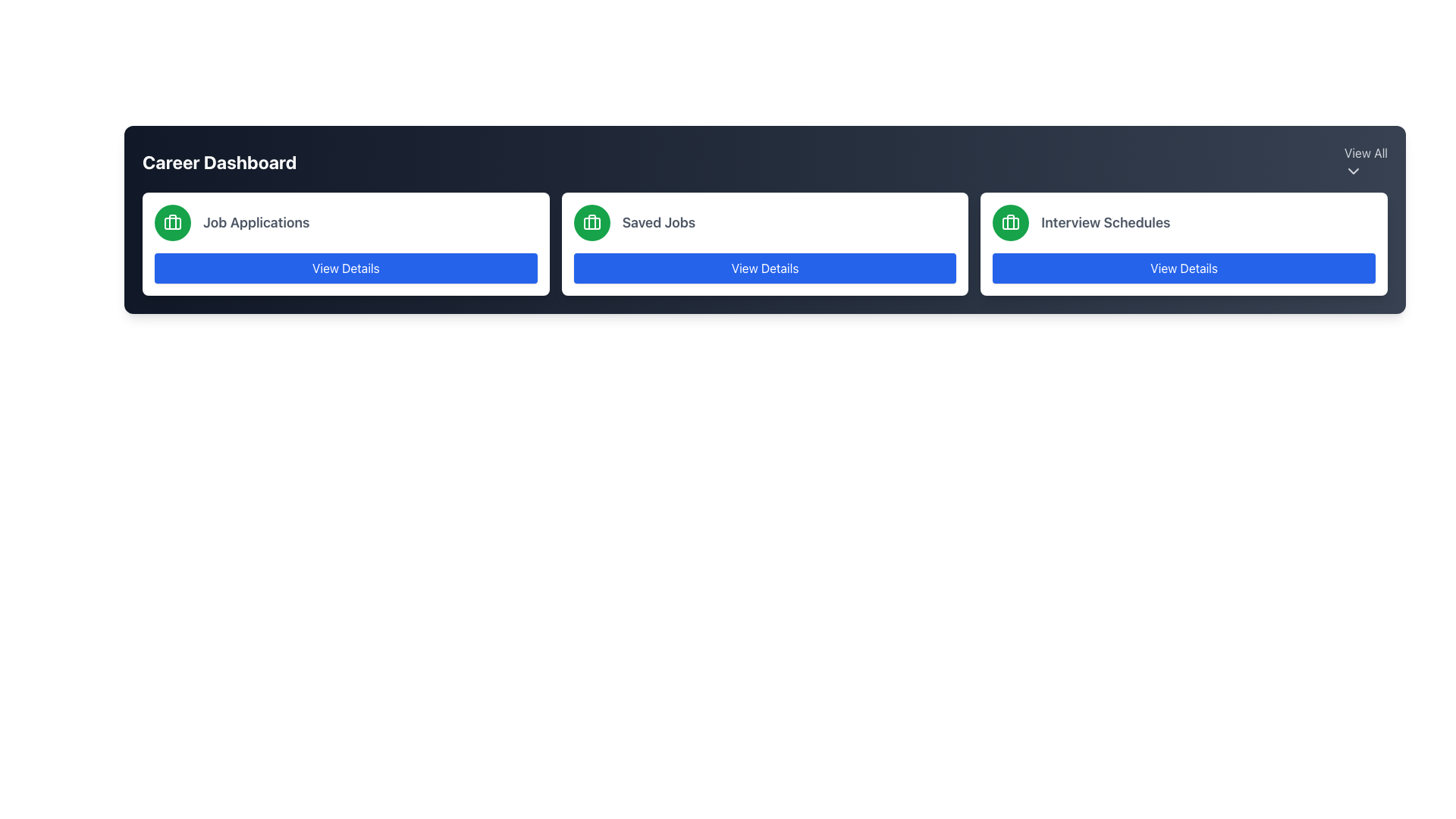  I want to click on the job applications icon, which is a central component within a circular green background, positioned at the top-left corner of the 'Job Applications' card interface, so click(172, 222).